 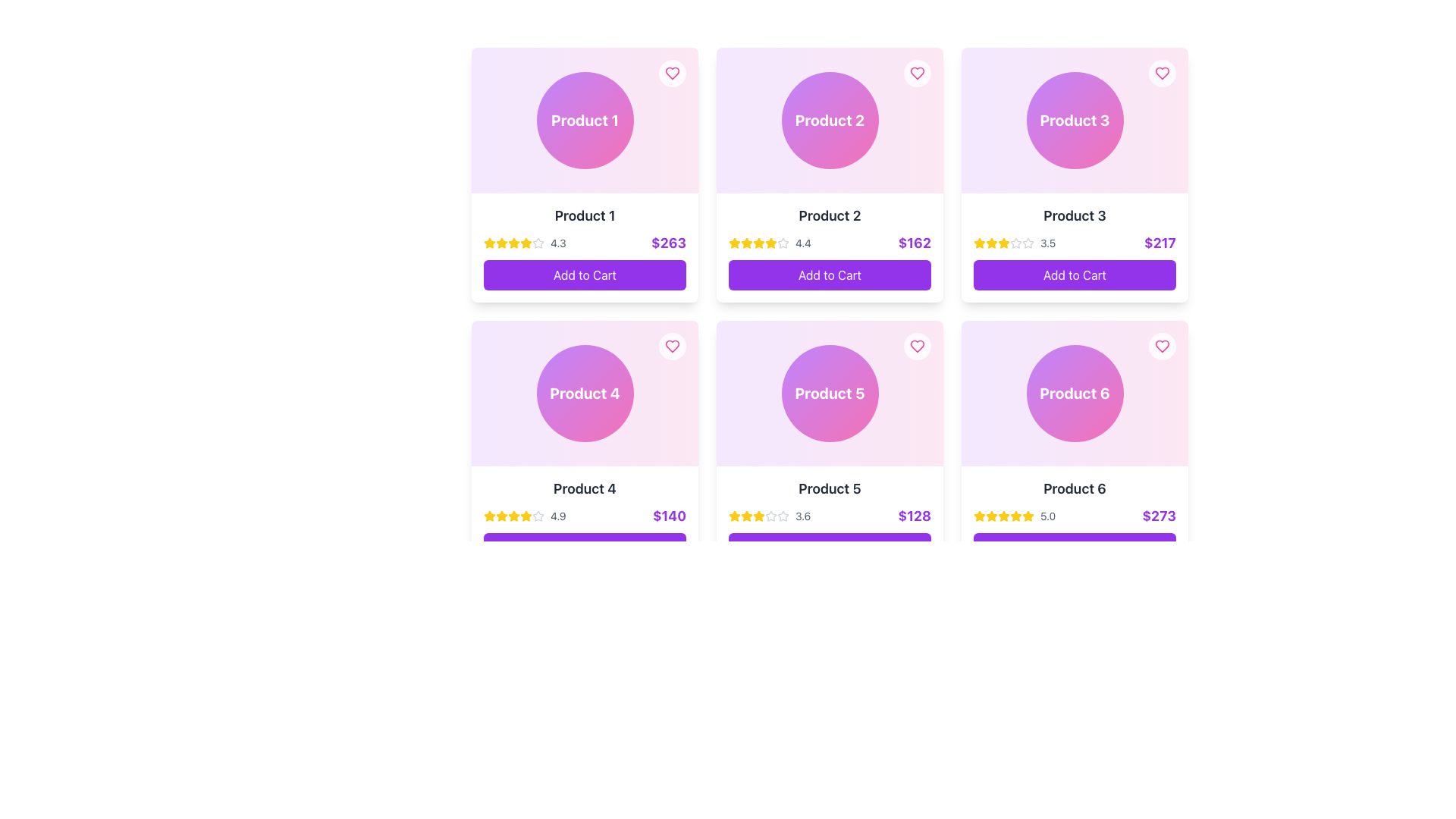 I want to click on the third yellow filled star icon in the rating system located beneath the 'Product 4' card to interact with the rating system, so click(x=526, y=515).